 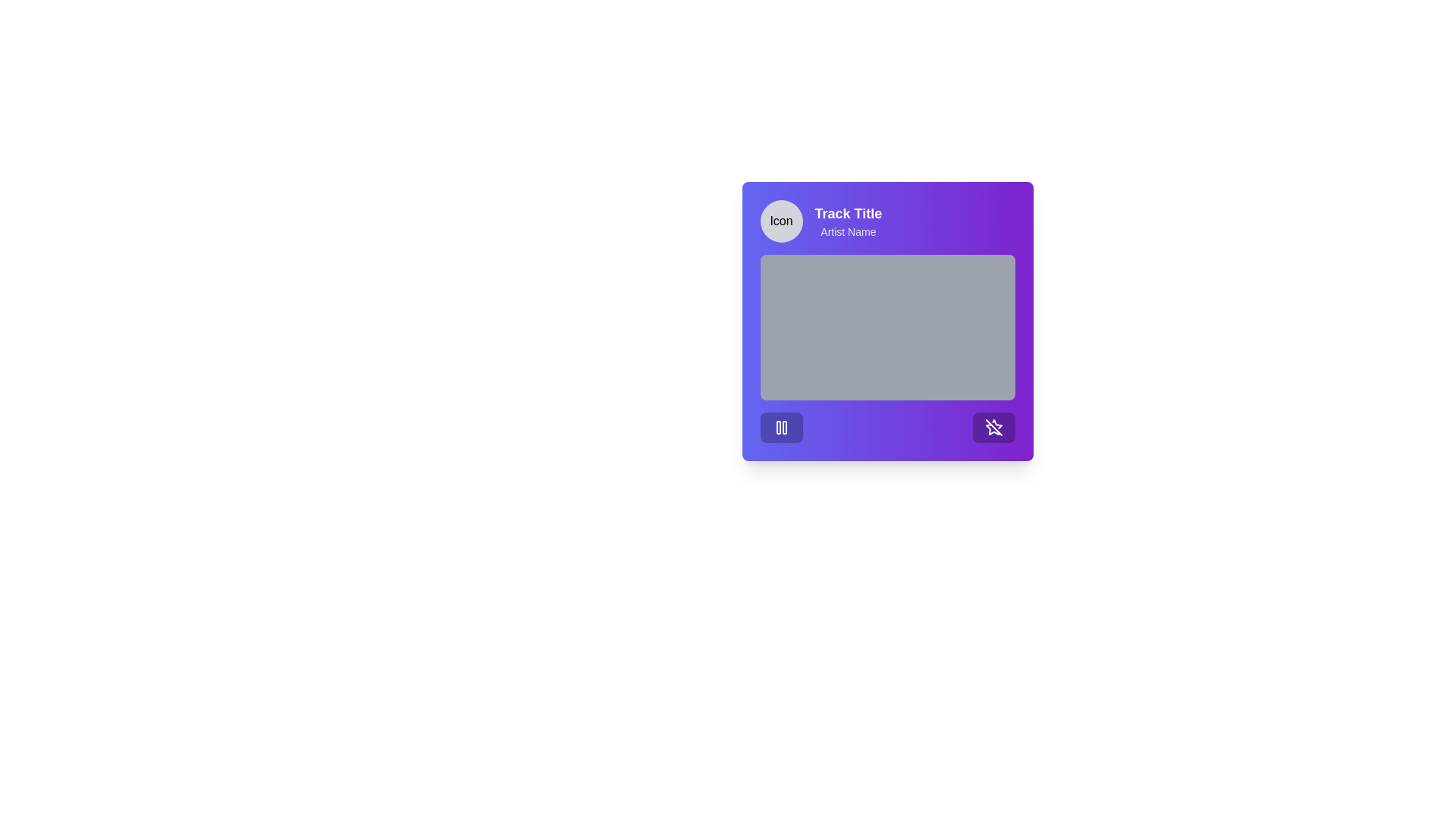 What do you see at coordinates (993, 427) in the screenshot?
I see `the diagonal line within the star icon, which is styled with a purple background and located in the lower-right corner of the card interface` at bounding box center [993, 427].